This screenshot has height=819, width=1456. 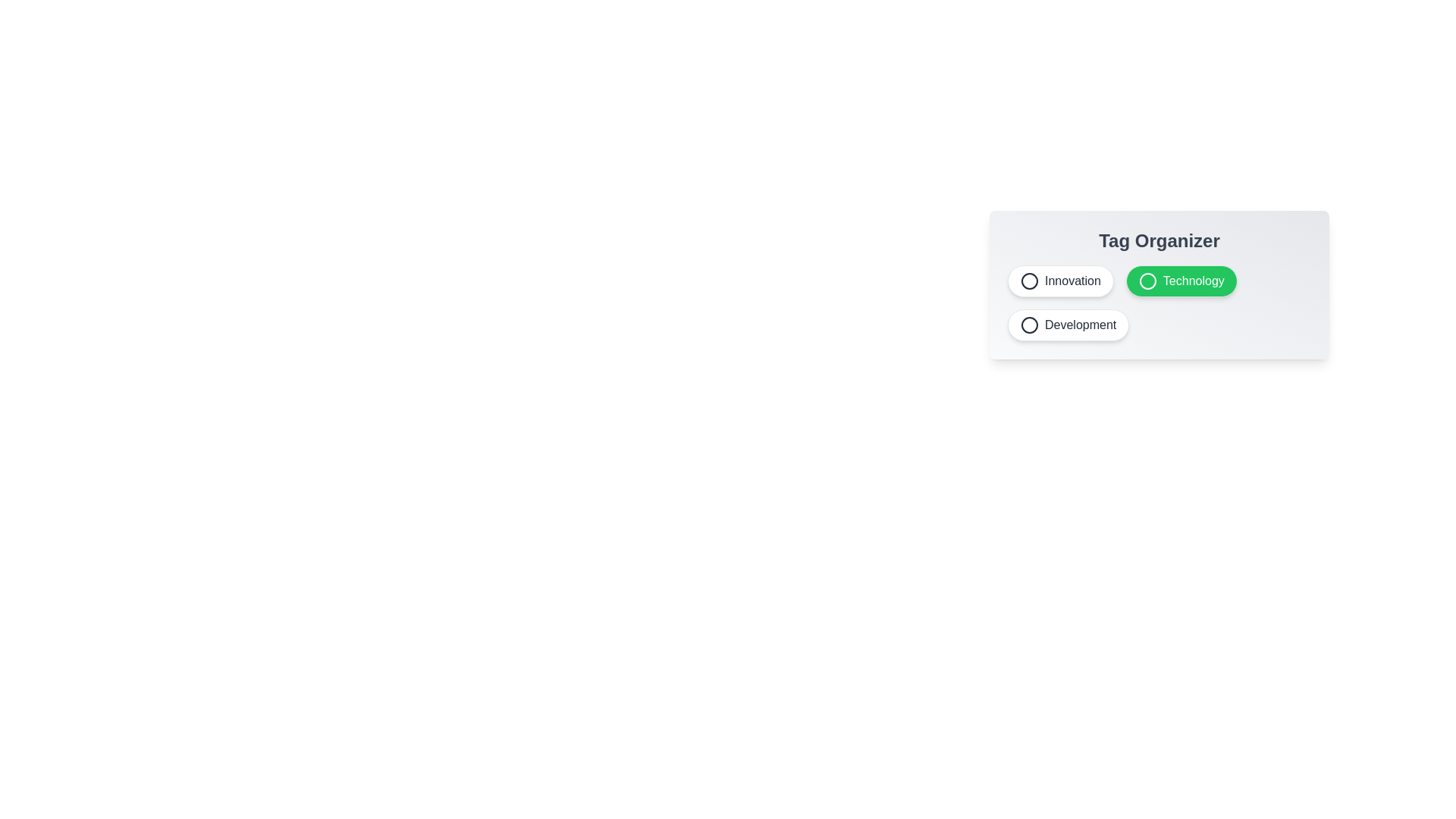 What do you see at coordinates (1059, 281) in the screenshot?
I see `the tag Innovation` at bounding box center [1059, 281].